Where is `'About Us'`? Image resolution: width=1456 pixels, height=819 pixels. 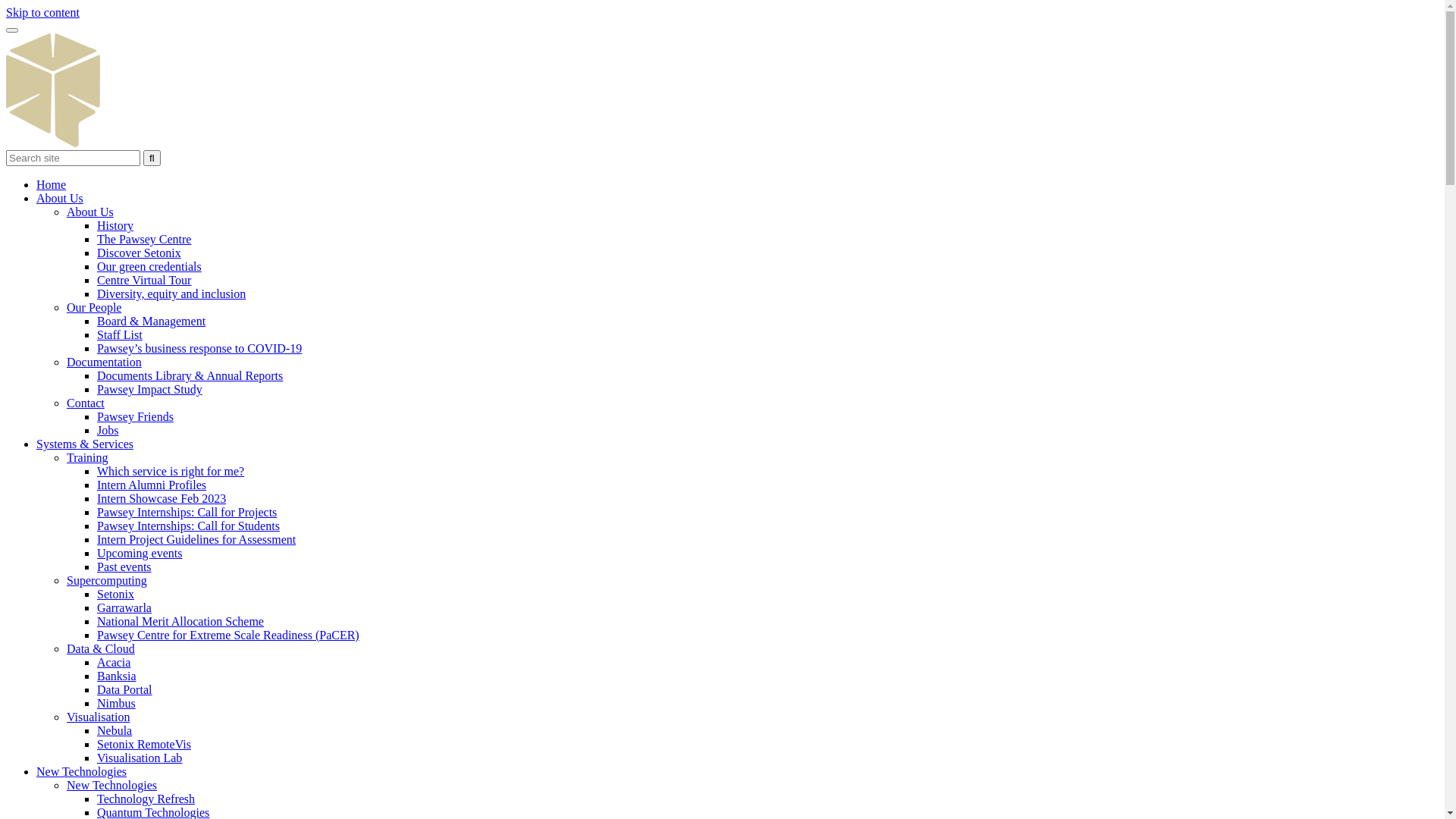
'About Us' is located at coordinates (89, 212).